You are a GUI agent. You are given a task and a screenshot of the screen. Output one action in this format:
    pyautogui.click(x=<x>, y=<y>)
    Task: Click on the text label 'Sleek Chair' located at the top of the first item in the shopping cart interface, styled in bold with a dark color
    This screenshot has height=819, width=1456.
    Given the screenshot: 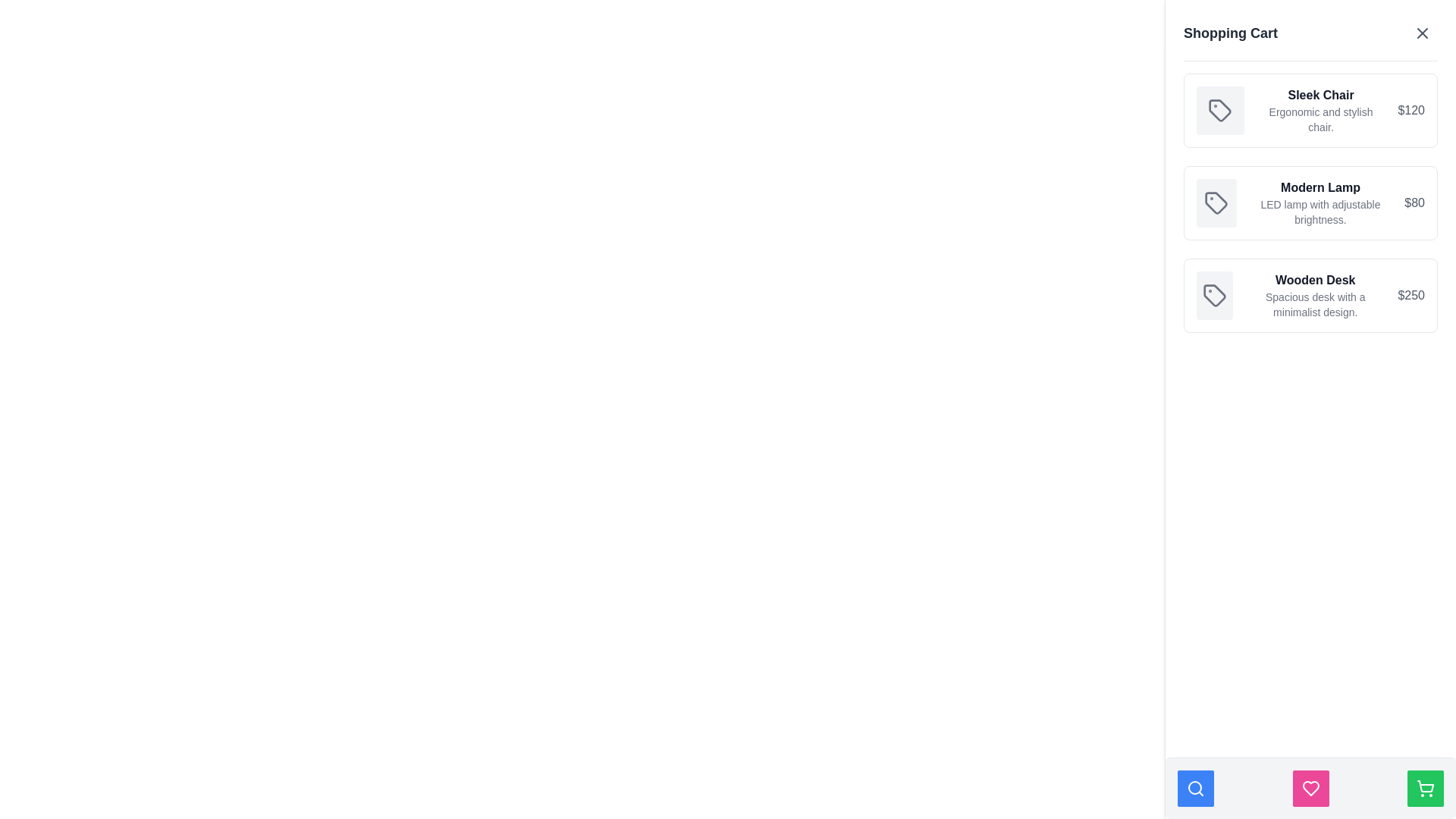 What is the action you would take?
    pyautogui.click(x=1320, y=96)
    